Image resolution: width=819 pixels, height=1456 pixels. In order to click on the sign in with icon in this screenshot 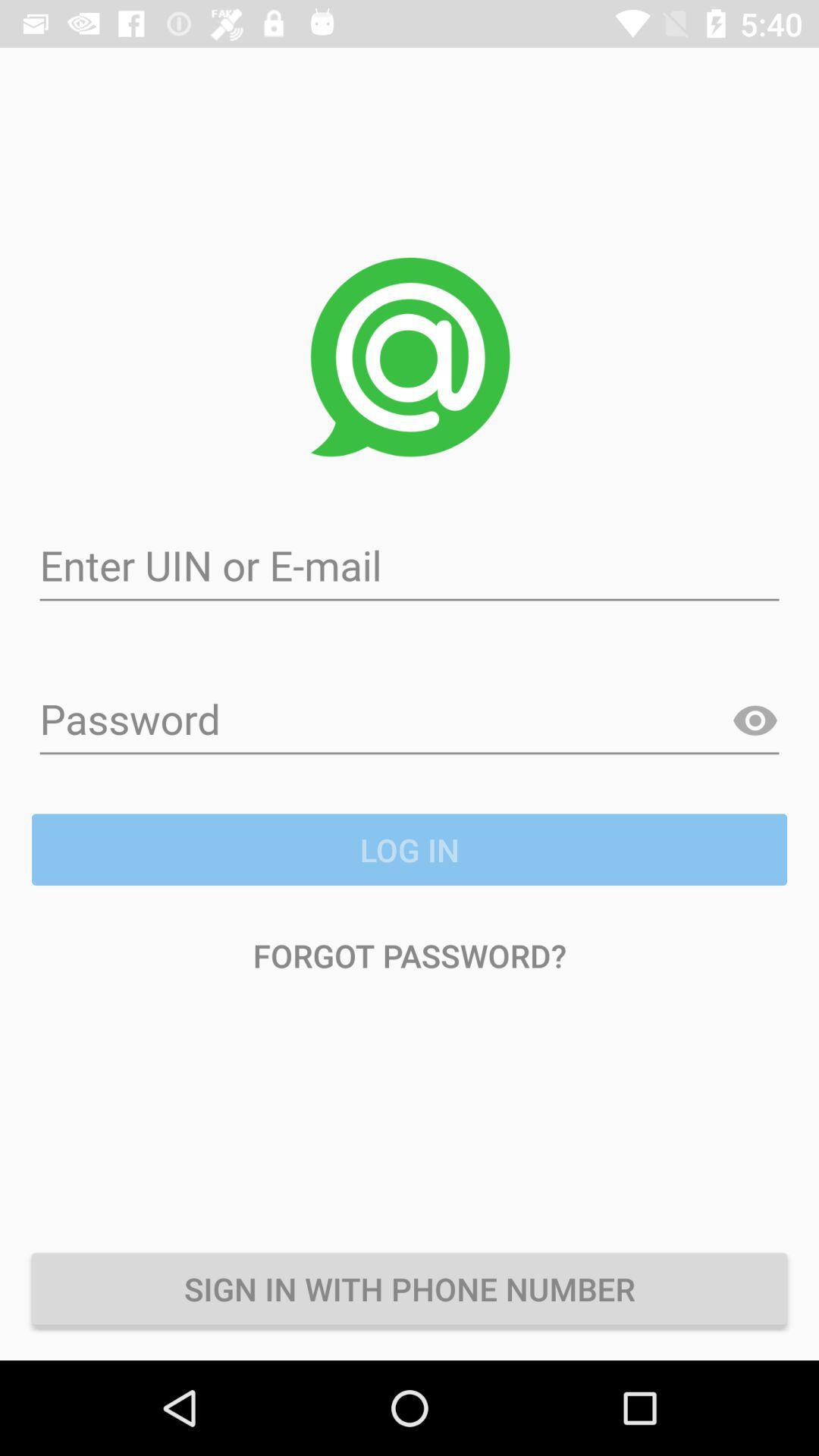, I will do `click(409, 1288)`.